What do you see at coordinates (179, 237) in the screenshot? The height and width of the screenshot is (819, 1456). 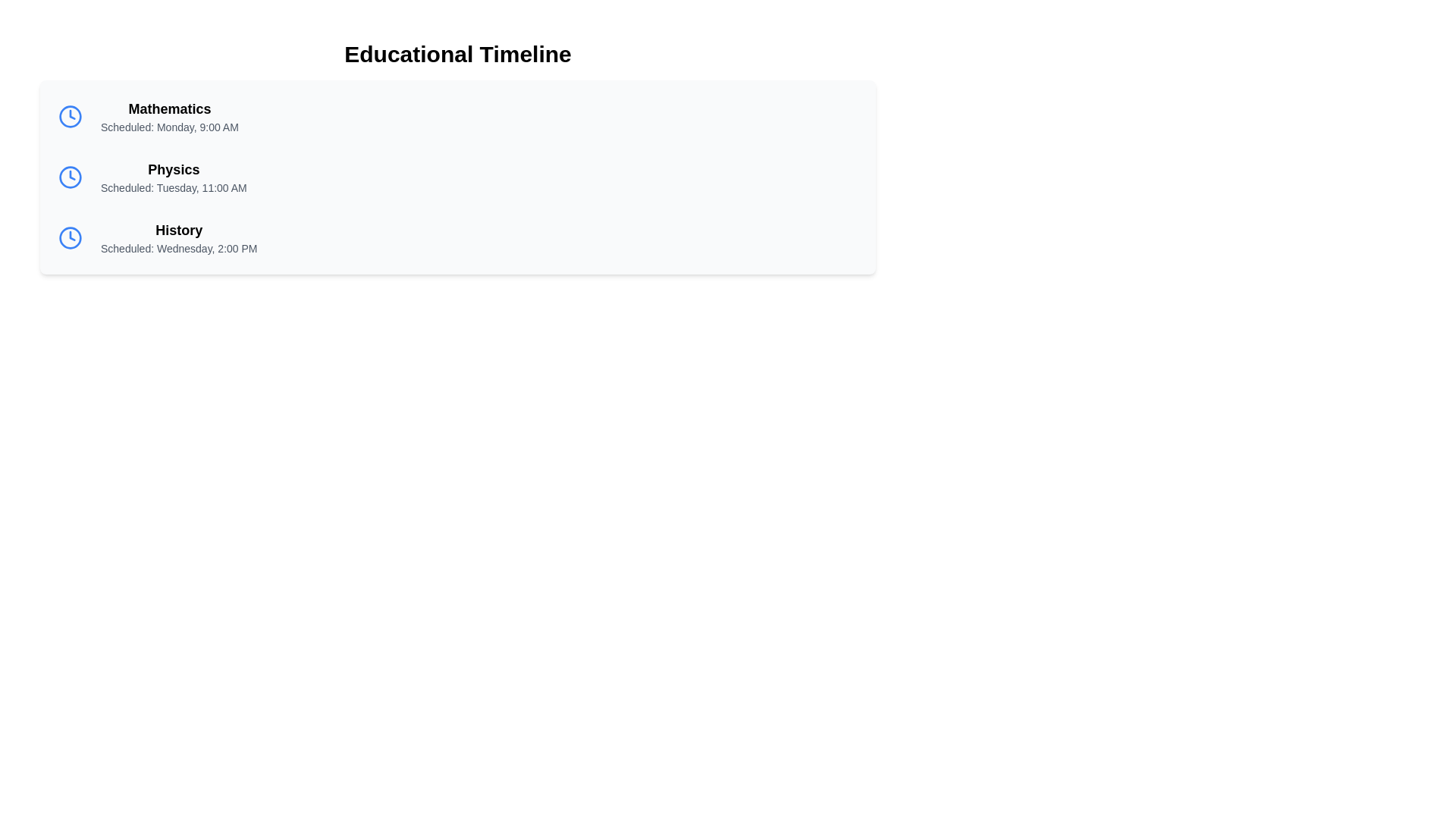 I see `information presented in the 'History' text label group, which includes the heading 'History' and the subtext 'Scheduled: Wednesday, 2:00 PM.'` at bounding box center [179, 237].